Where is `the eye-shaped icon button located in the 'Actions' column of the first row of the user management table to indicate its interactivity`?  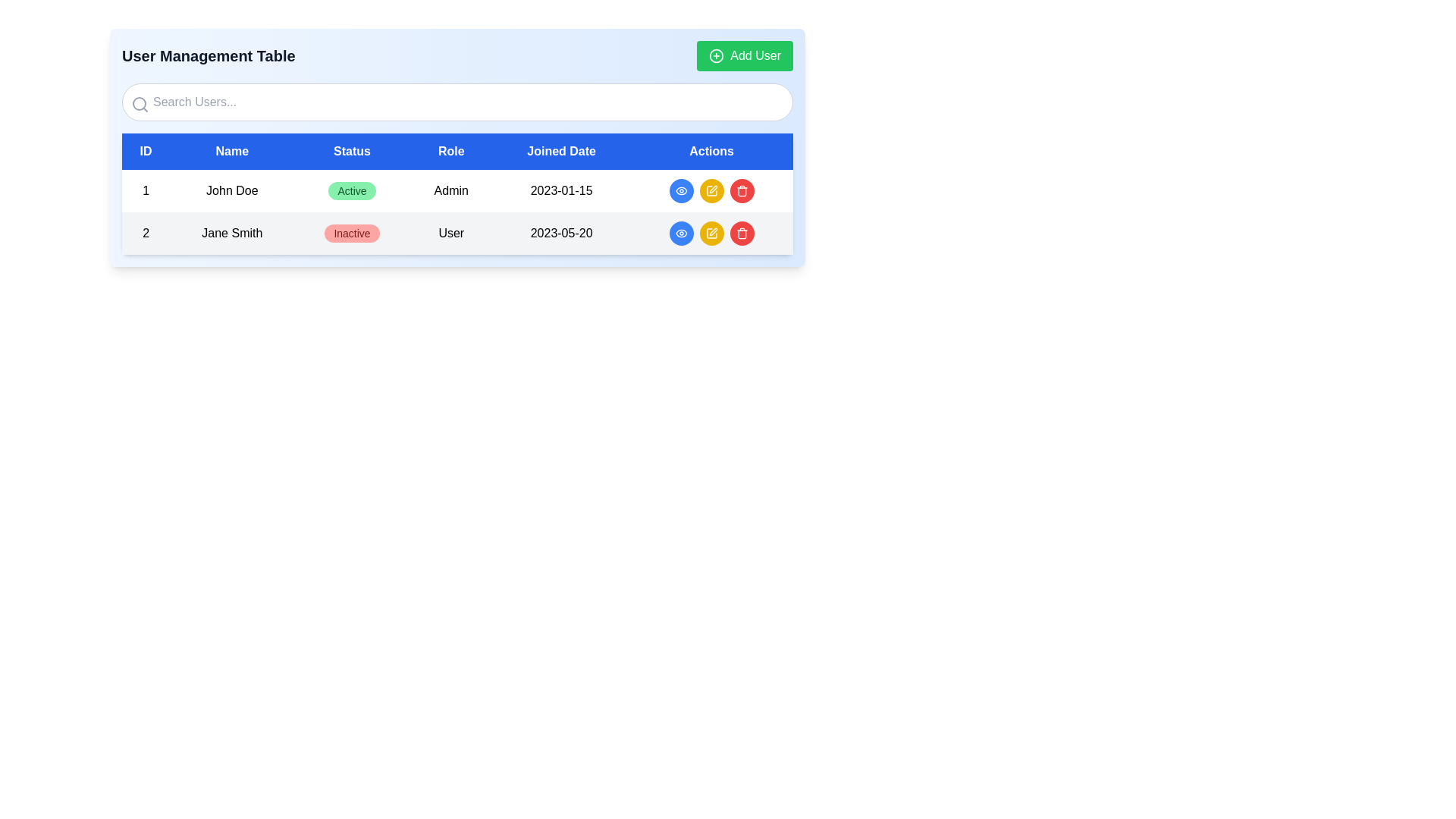 the eye-shaped icon button located in the 'Actions' column of the first row of the user management table to indicate its interactivity is located at coordinates (680, 234).